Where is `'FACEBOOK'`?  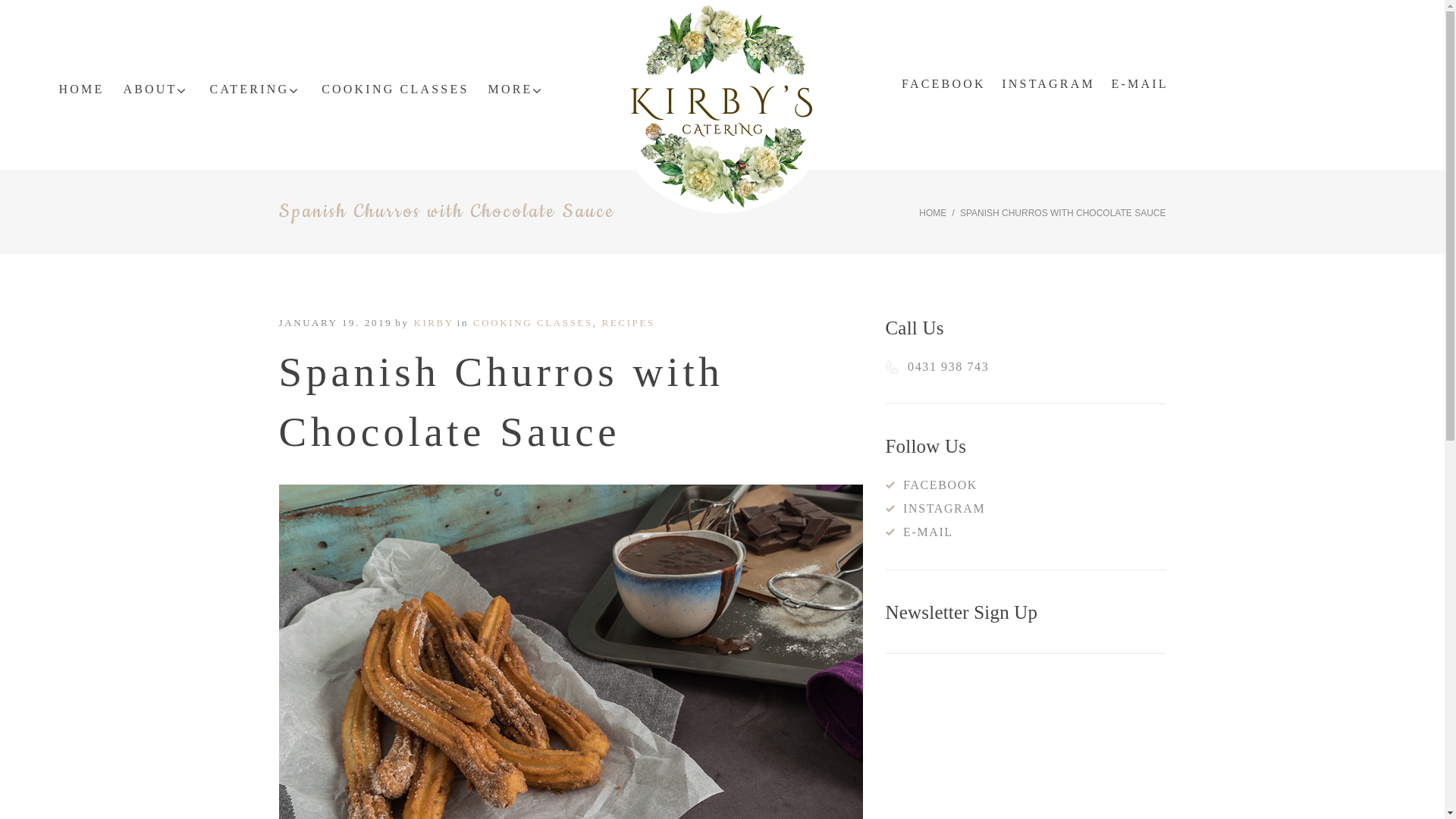
'FACEBOOK' is located at coordinates (943, 84).